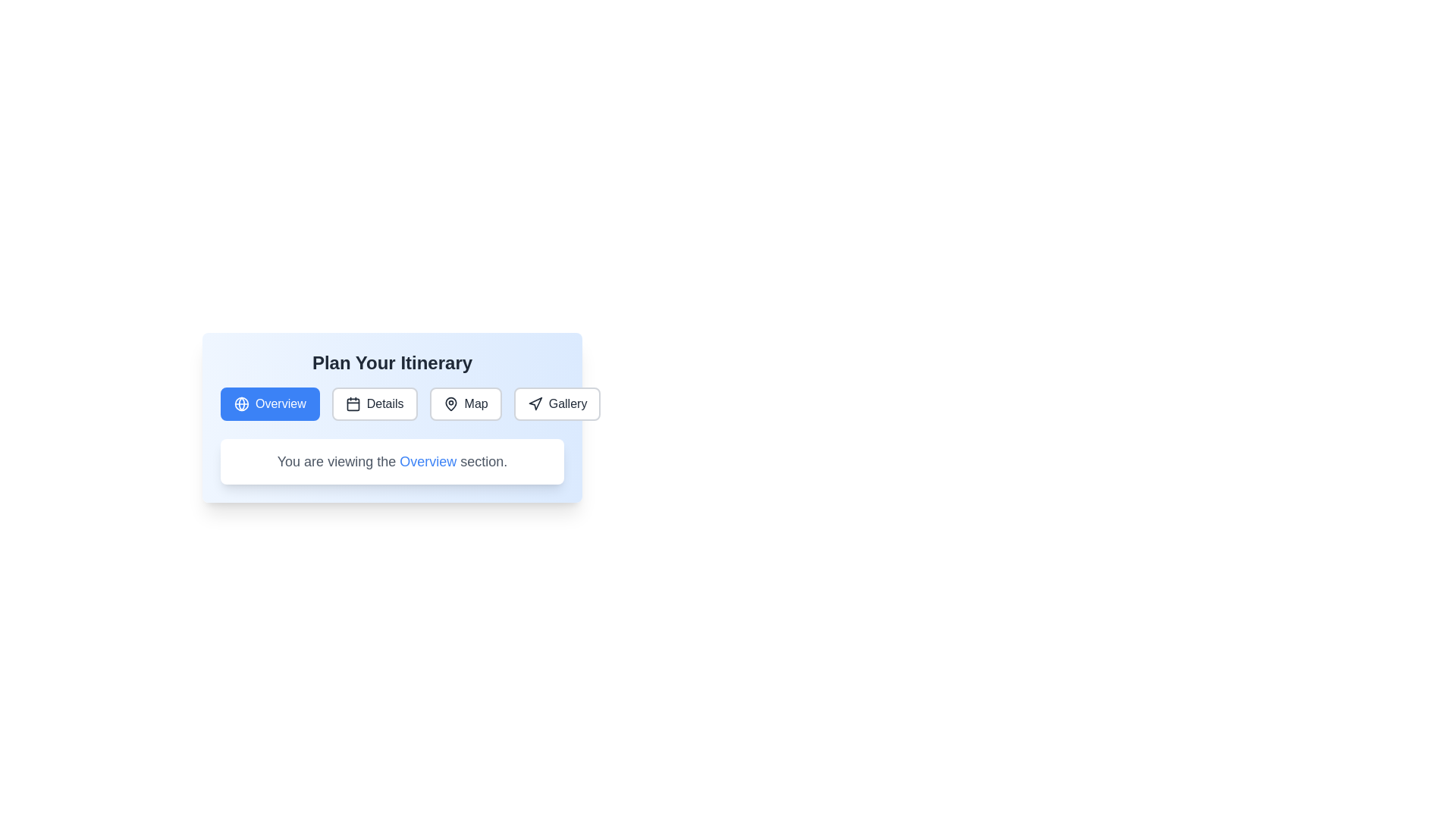 This screenshot has height=819, width=1456. I want to click on the 'Details' button which contains the calendar icon located to the left of the text within the button, so click(352, 403).